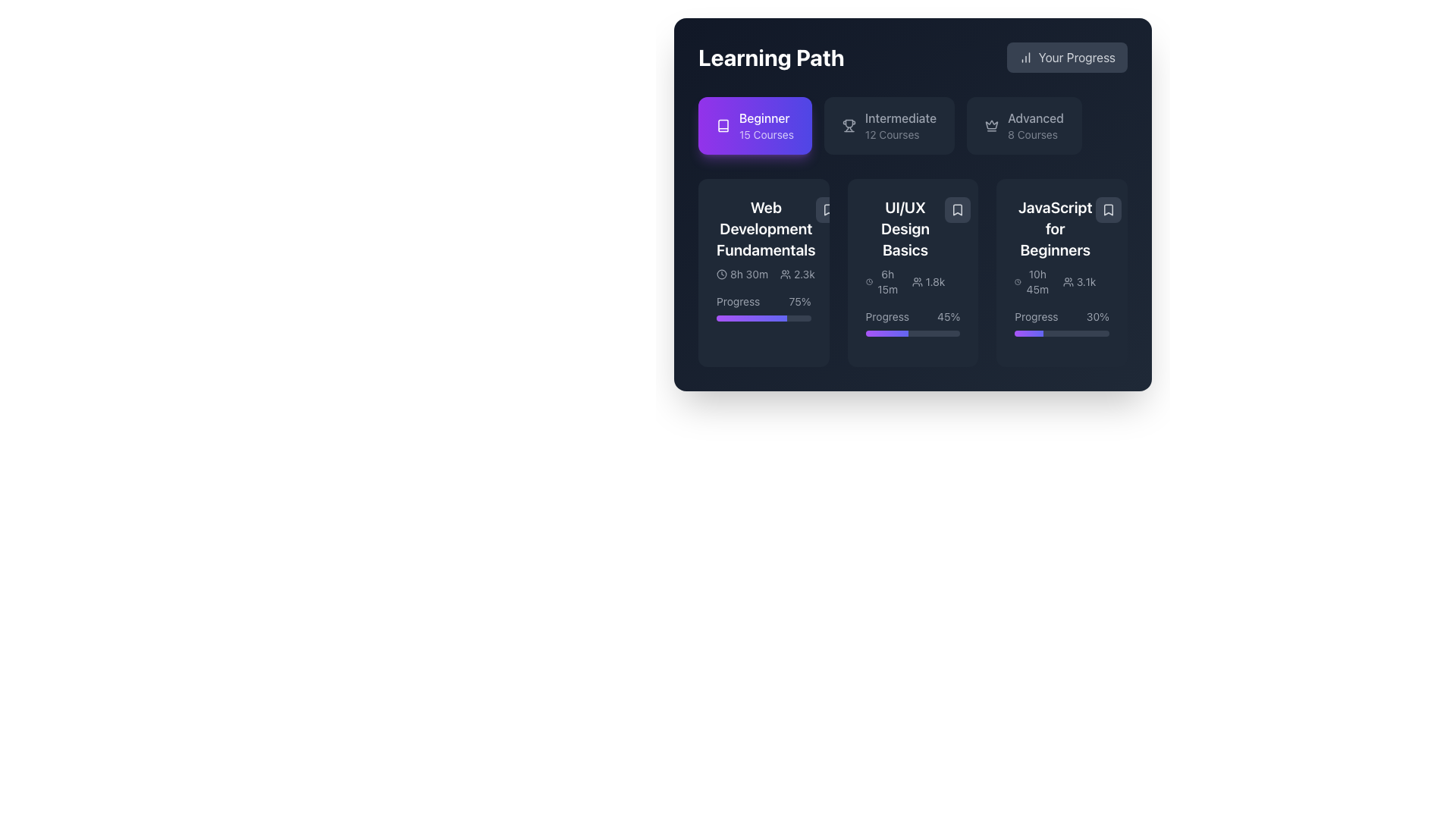 The width and height of the screenshot is (1456, 819). I want to click on the circular icon element representing the clock, which is located in the top-left corner of the clock icon, as part of the Web Development Fundamentals card, so click(720, 275).